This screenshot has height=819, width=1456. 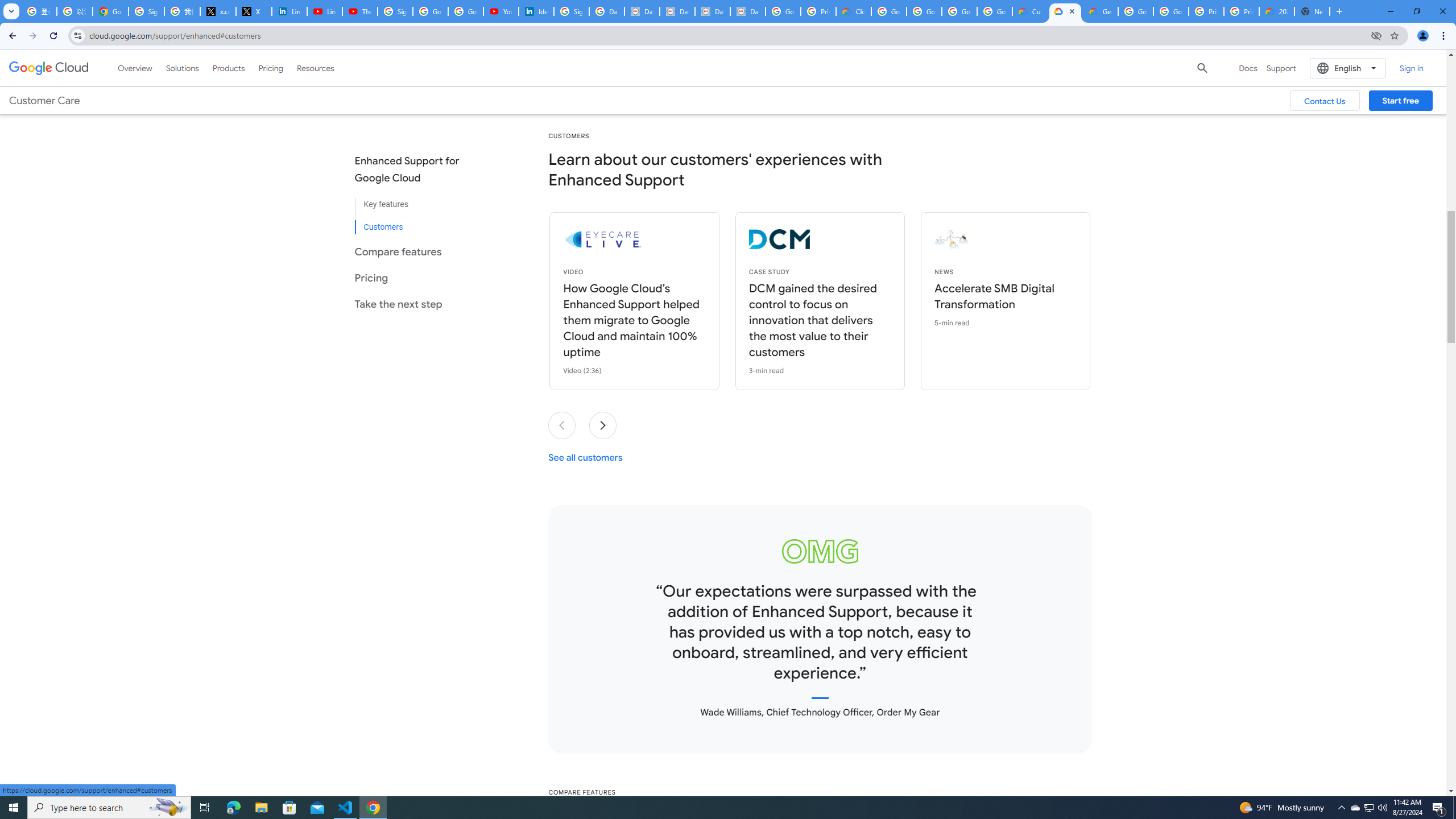 What do you see at coordinates (1280, 67) in the screenshot?
I see `'Support'` at bounding box center [1280, 67].